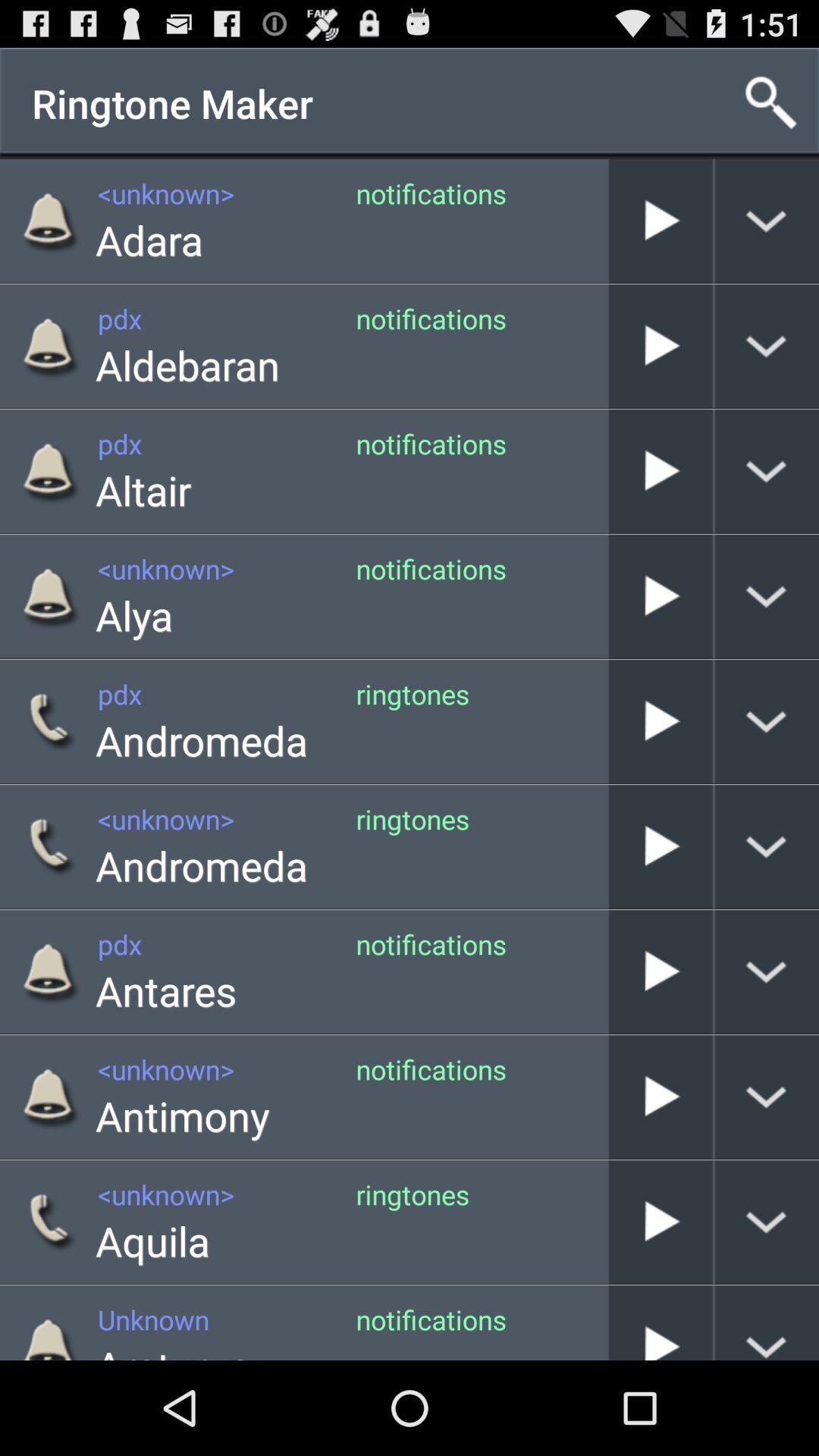  Describe the element at coordinates (767, 345) in the screenshot. I see `expand info` at that location.